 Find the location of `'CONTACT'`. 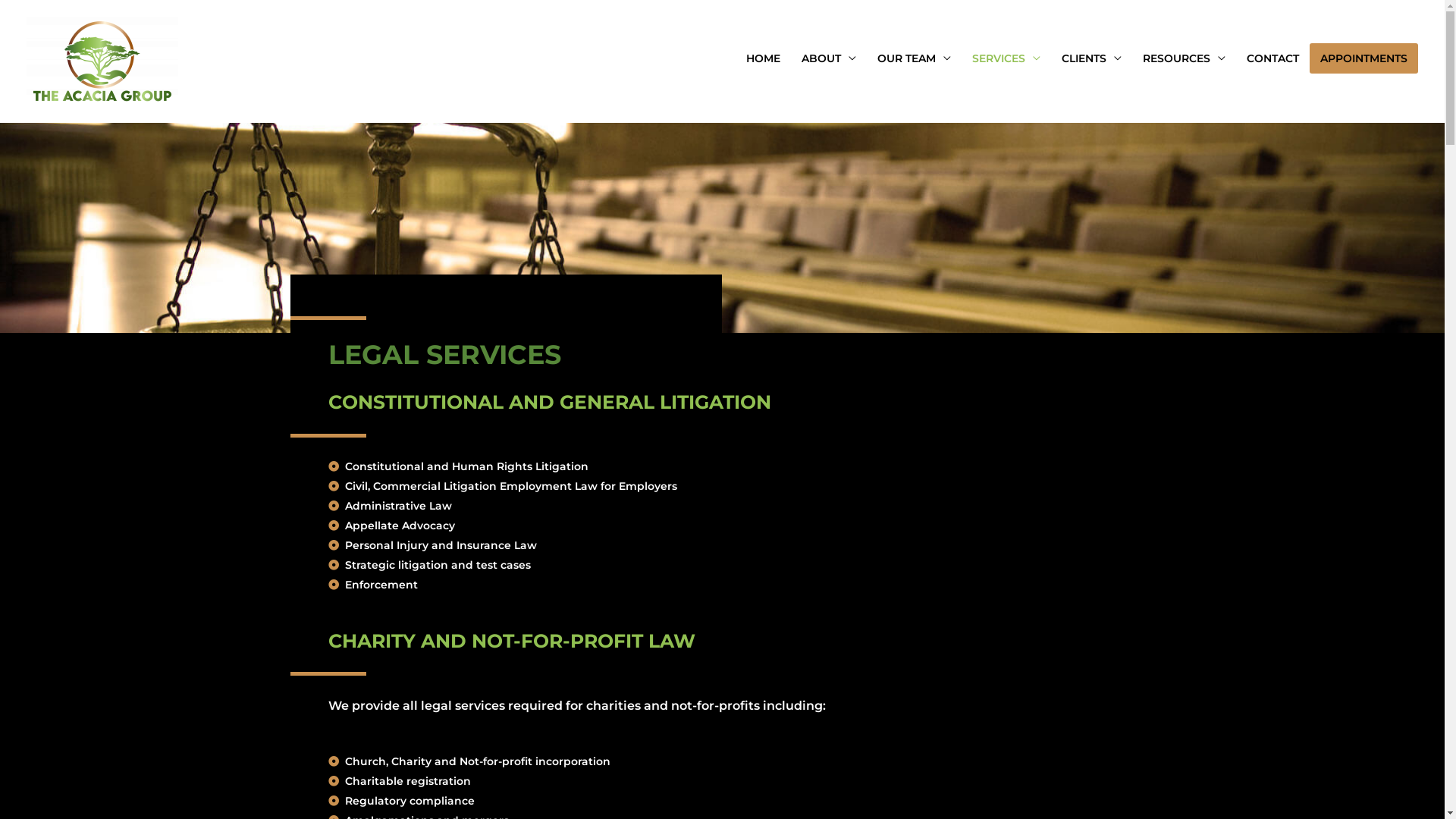

'CONTACT' is located at coordinates (1272, 58).